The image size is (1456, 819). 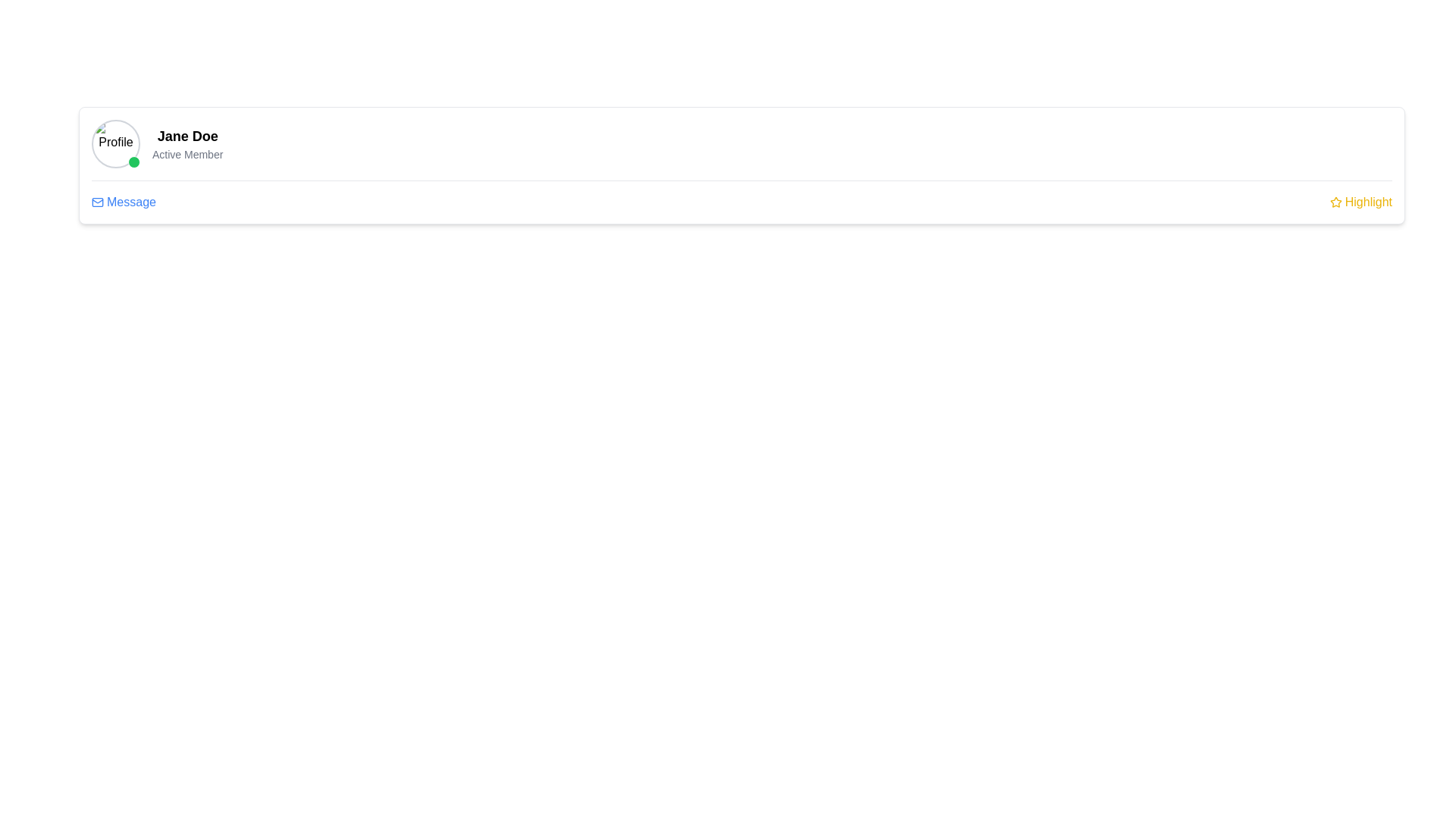 I want to click on the envelope-shaped icon element, which is styled with an outline and located next to the 'Message' label in the lower-left area of the user information card, so click(x=97, y=201).